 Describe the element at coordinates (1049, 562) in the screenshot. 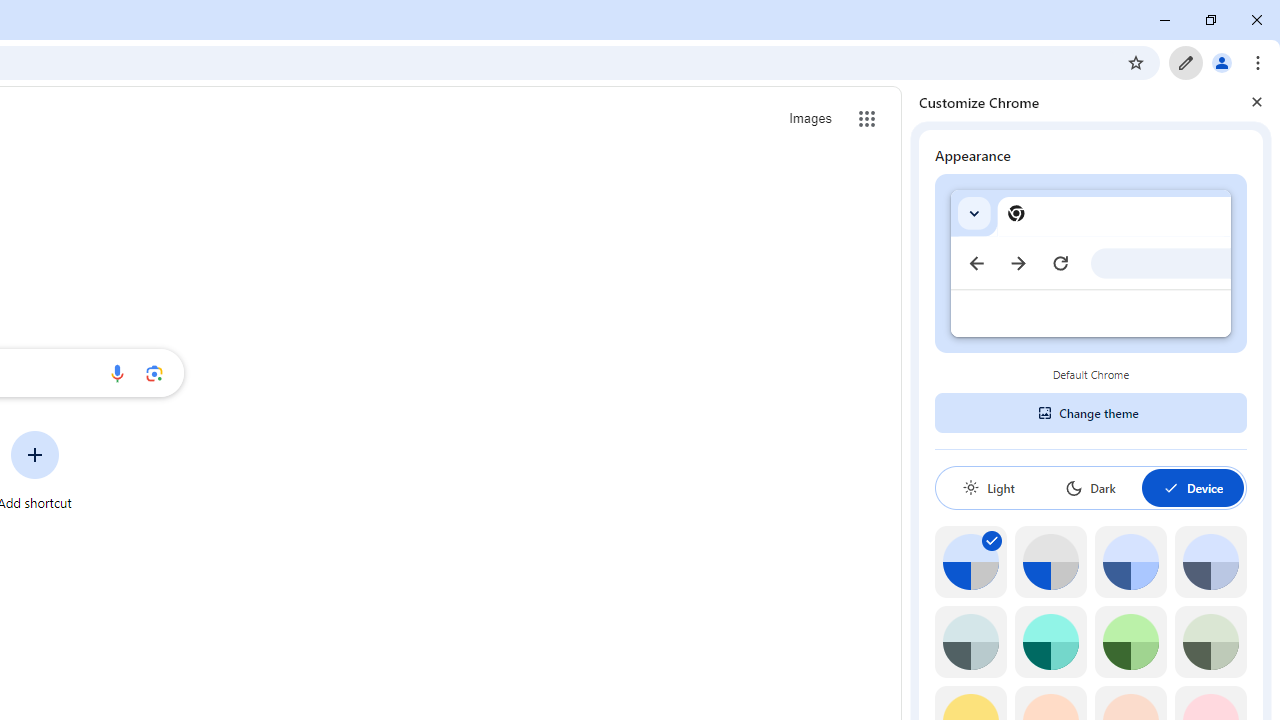

I see `'Grey default color'` at that location.